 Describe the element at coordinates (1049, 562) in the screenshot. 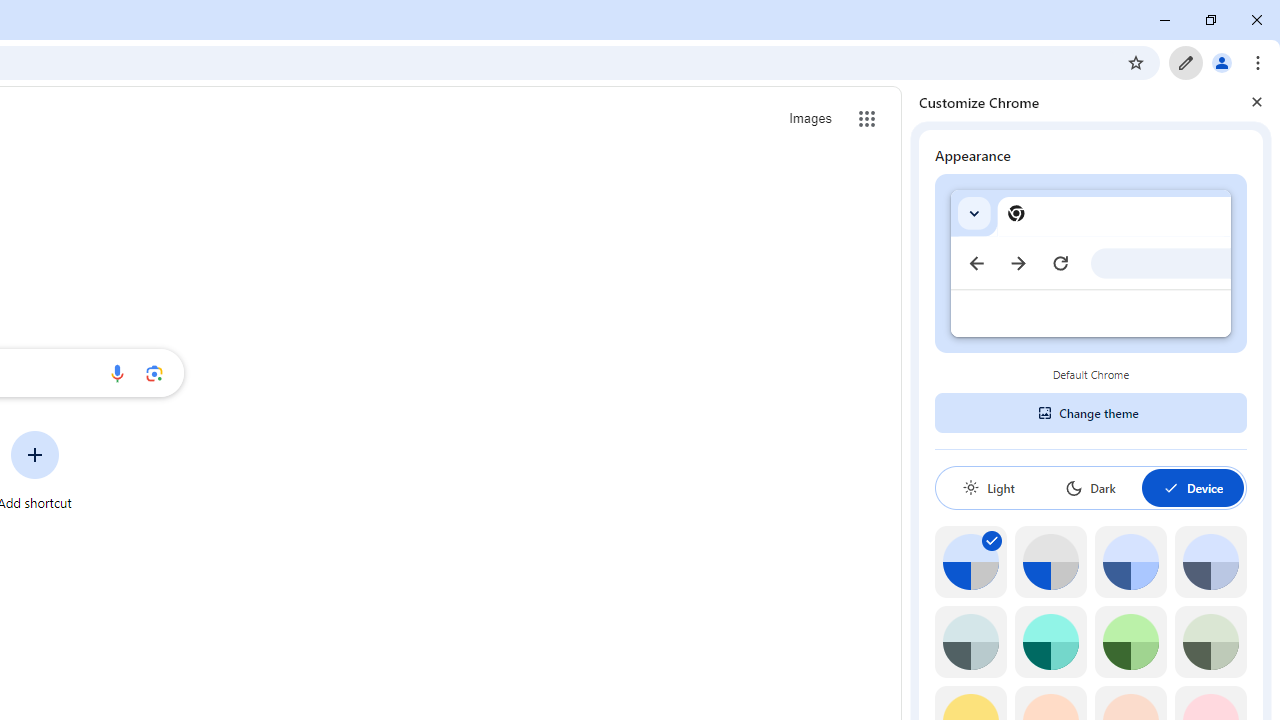

I see `'Grey default color'` at that location.